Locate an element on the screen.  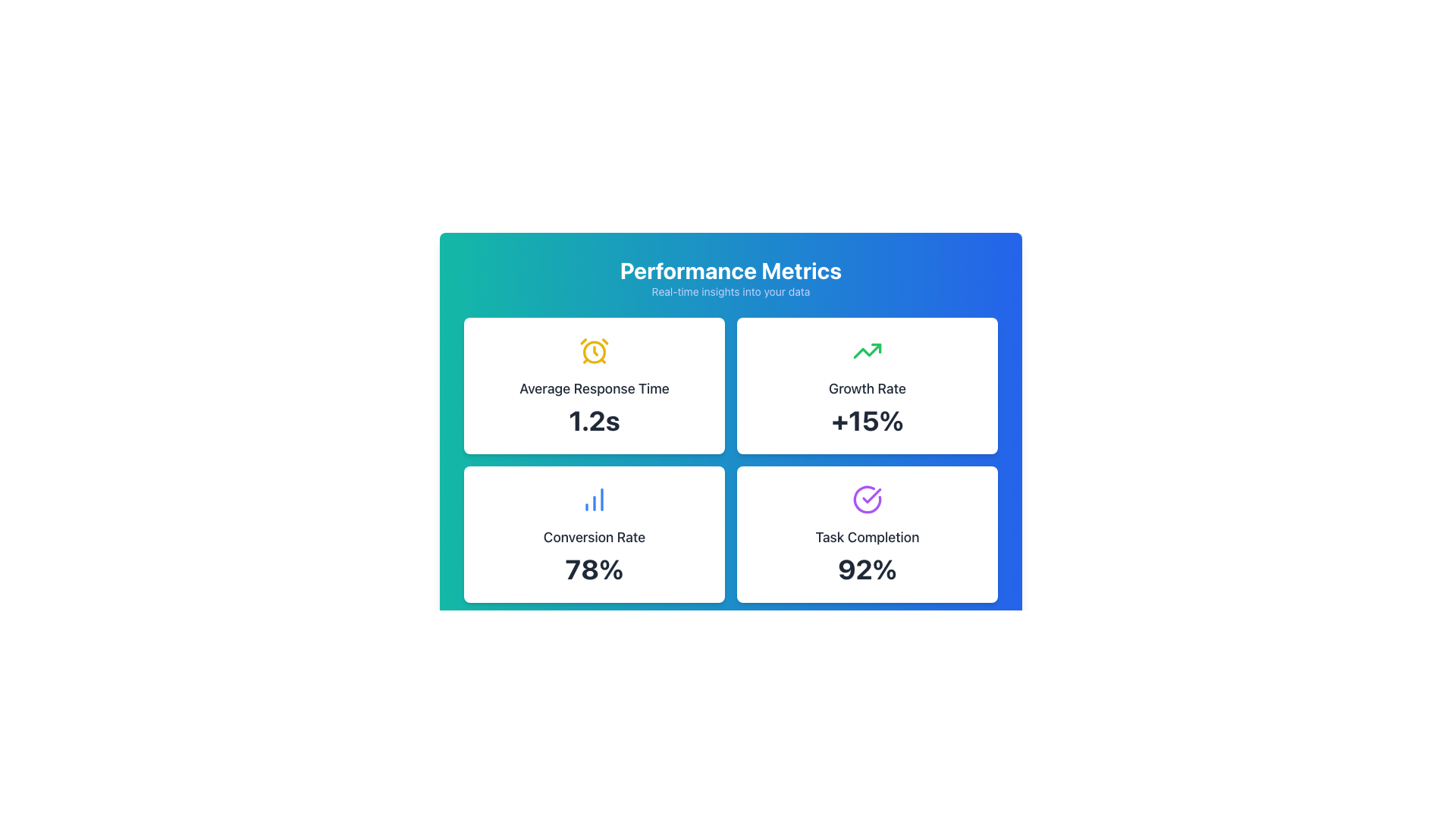
the large bold text reading '92%' located below the 'Task Completion' text within the card labeled 'Task Completion' is located at coordinates (867, 570).